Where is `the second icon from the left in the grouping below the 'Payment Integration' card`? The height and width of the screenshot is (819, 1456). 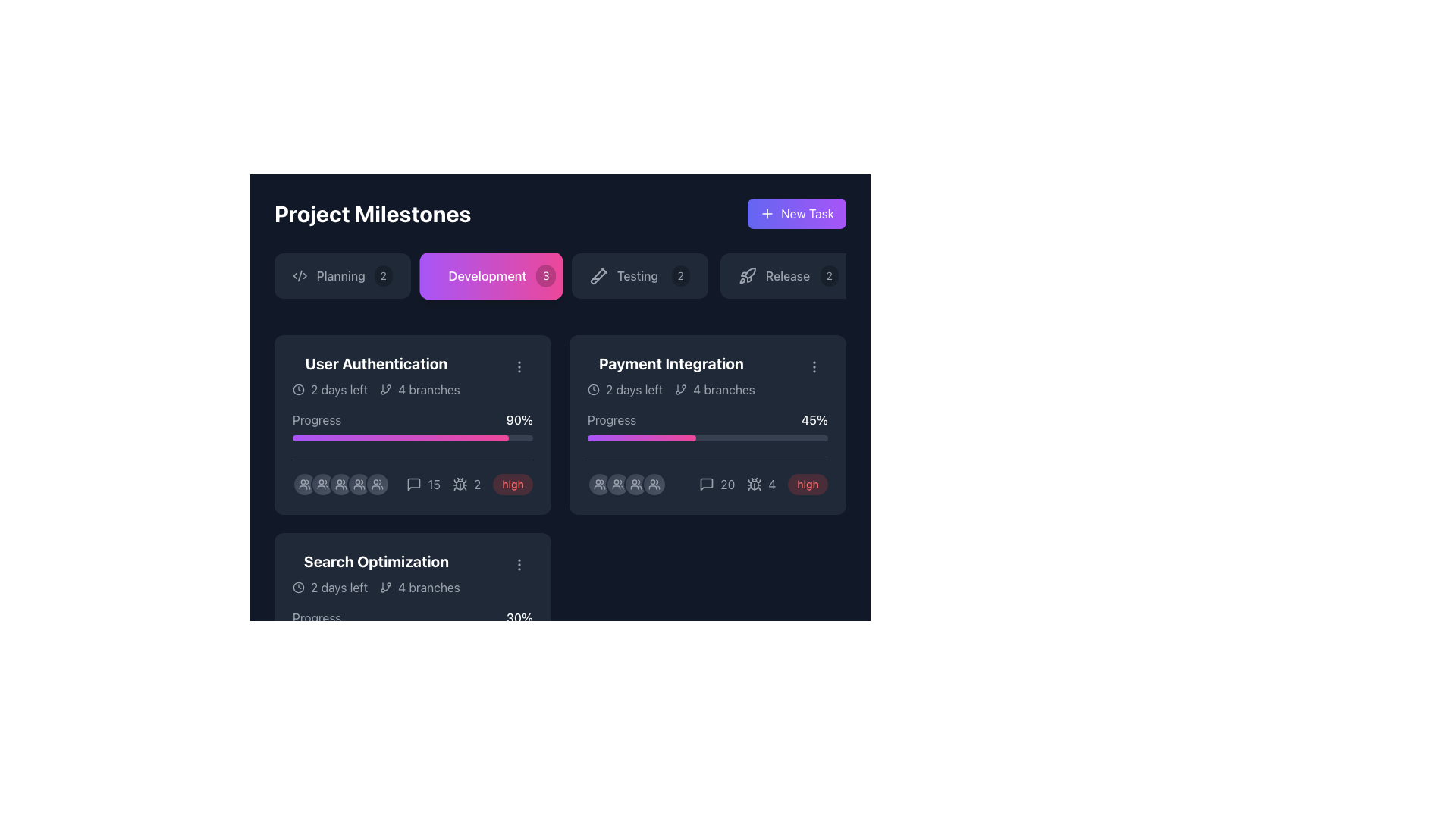
the second icon from the left in the grouping below the 'Payment Integration' card is located at coordinates (636, 485).